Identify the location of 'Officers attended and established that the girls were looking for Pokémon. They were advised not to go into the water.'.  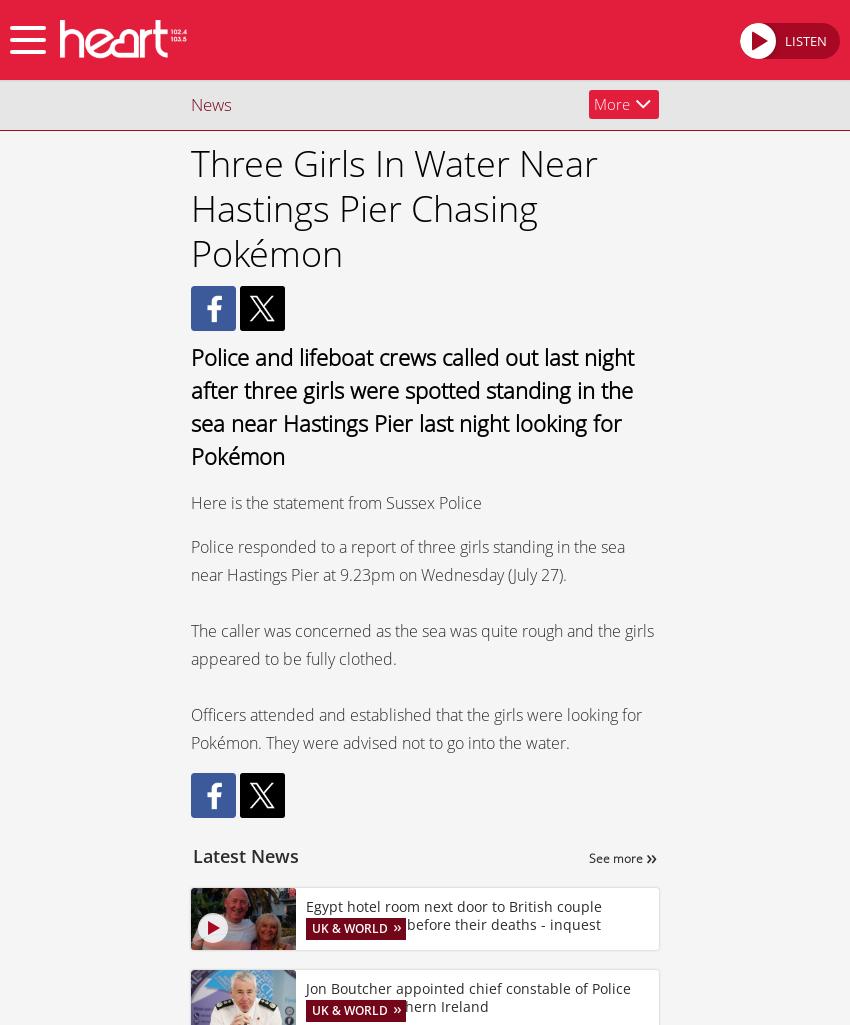
(416, 727).